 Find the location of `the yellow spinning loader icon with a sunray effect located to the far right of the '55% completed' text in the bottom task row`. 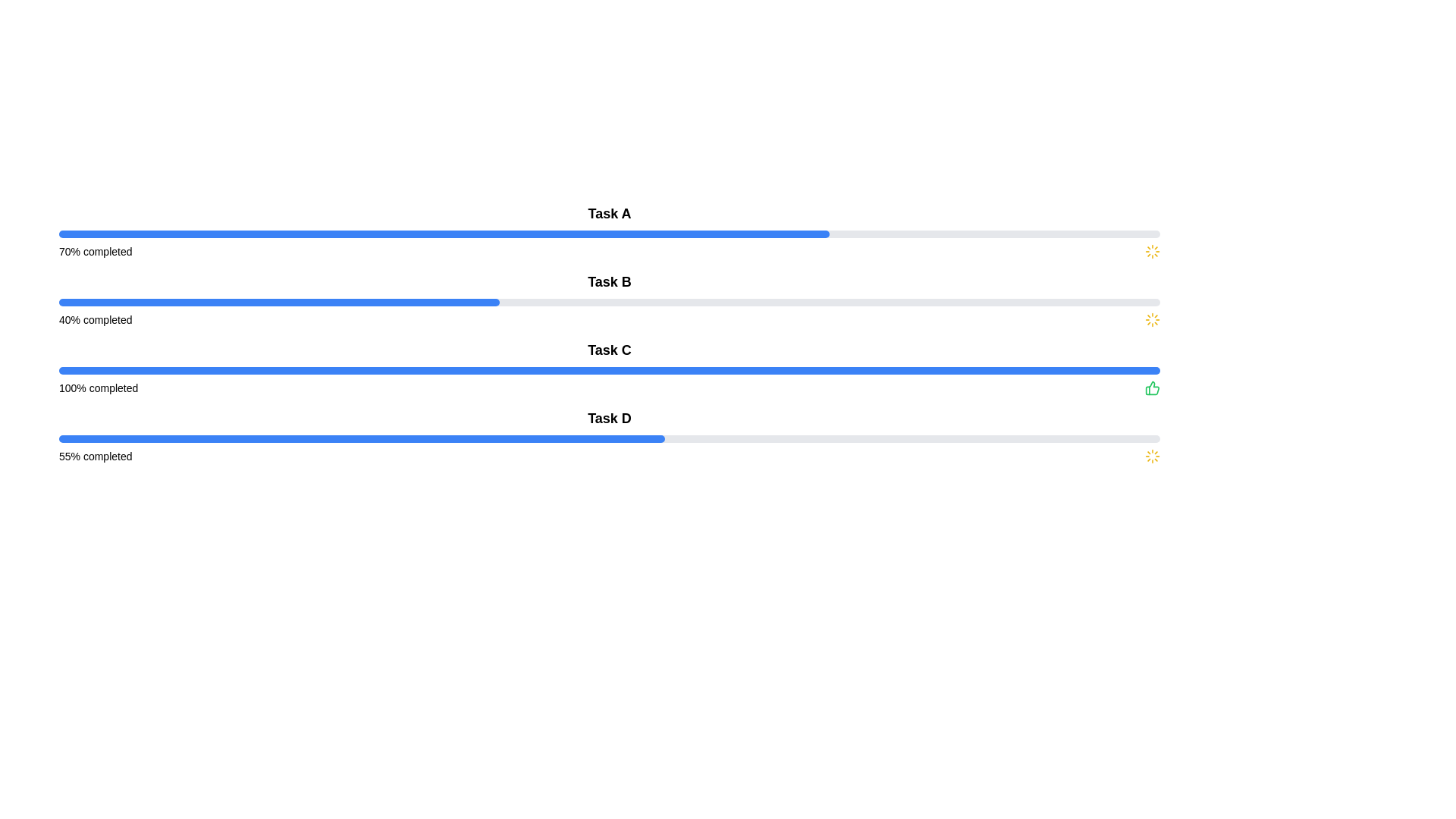

the yellow spinning loader icon with a sunray effect located to the far right of the '55% completed' text in the bottom task row is located at coordinates (1153, 455).